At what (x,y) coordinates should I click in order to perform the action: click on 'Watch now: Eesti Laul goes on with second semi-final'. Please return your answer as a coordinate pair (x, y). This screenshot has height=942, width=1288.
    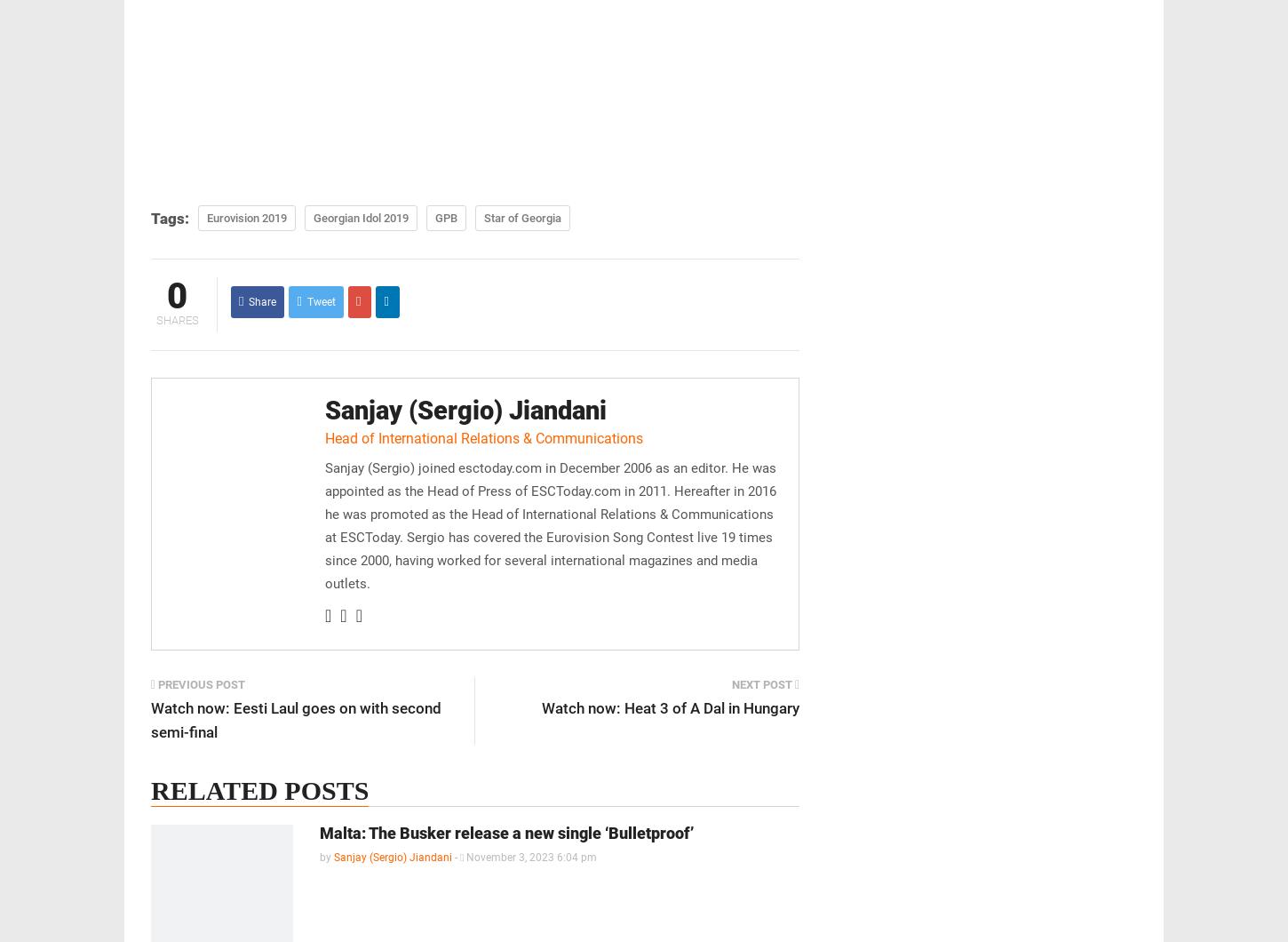
    Looking at the image, I should click on (296, 720).